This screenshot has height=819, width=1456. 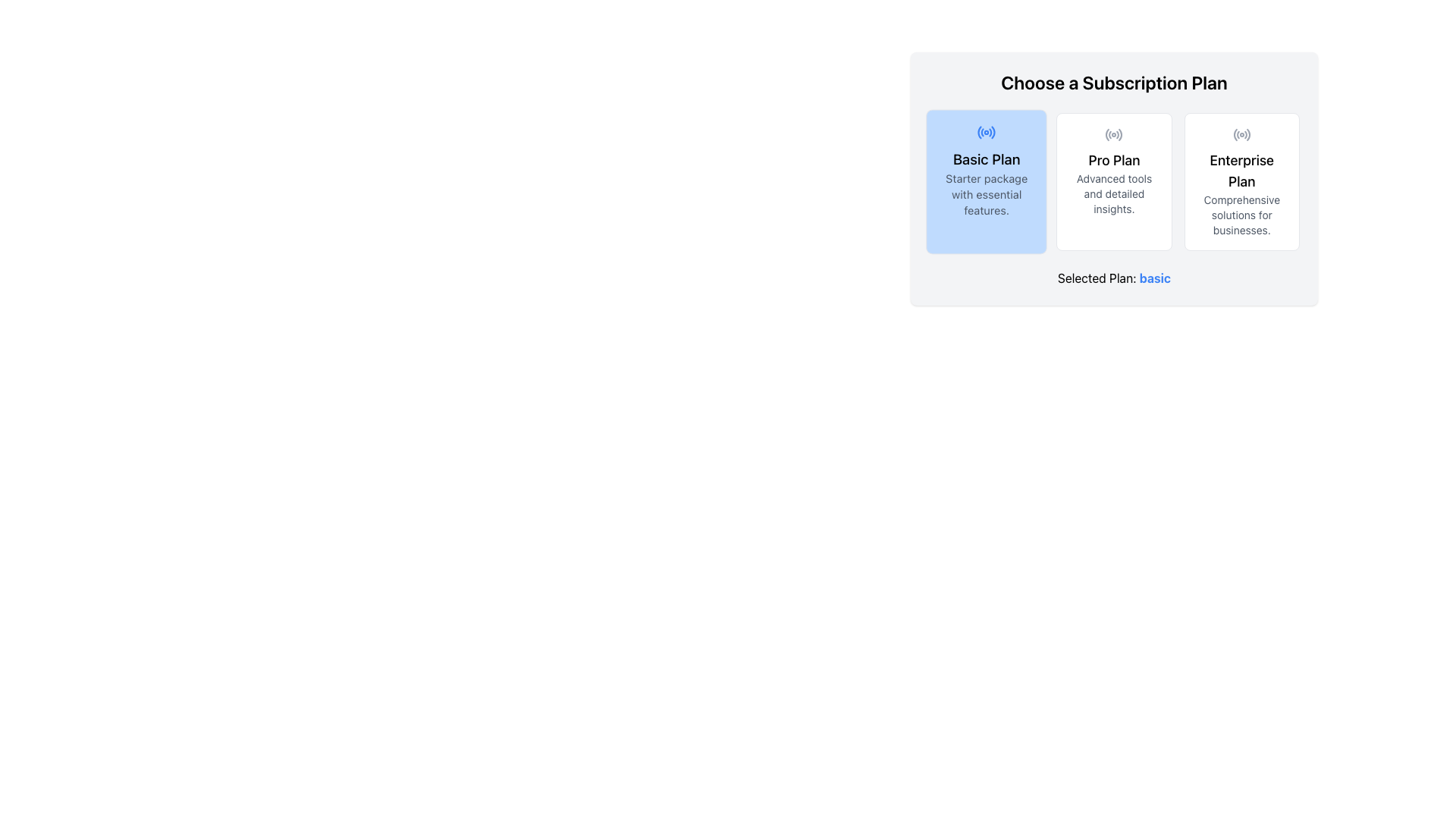 What do you see at coordinates (1154, 278) in the screenshot?
I see `the Static Text indicating the currently selected subscription plan, which displays 'basic' and is emphasized in color and bold styling` at bounding box center [1154, 278].